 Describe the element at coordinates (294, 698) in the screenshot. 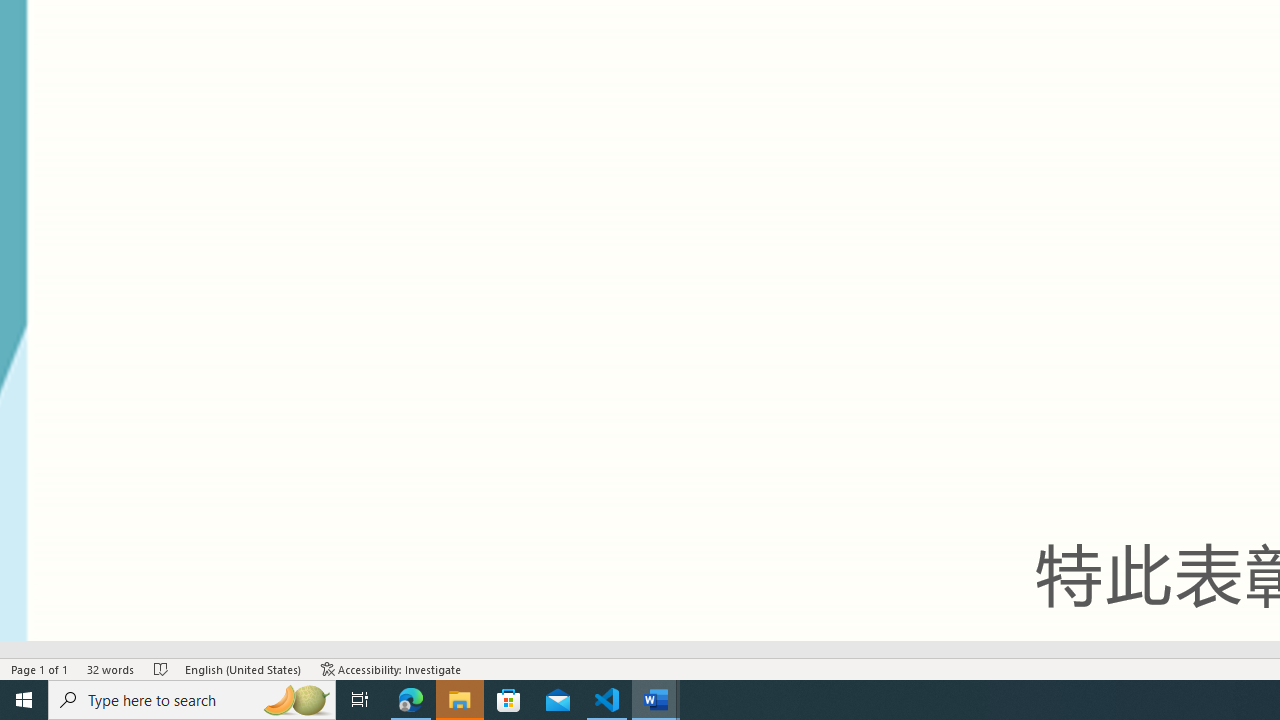

I see `'Search highlights icon opens search home window'` at that location.